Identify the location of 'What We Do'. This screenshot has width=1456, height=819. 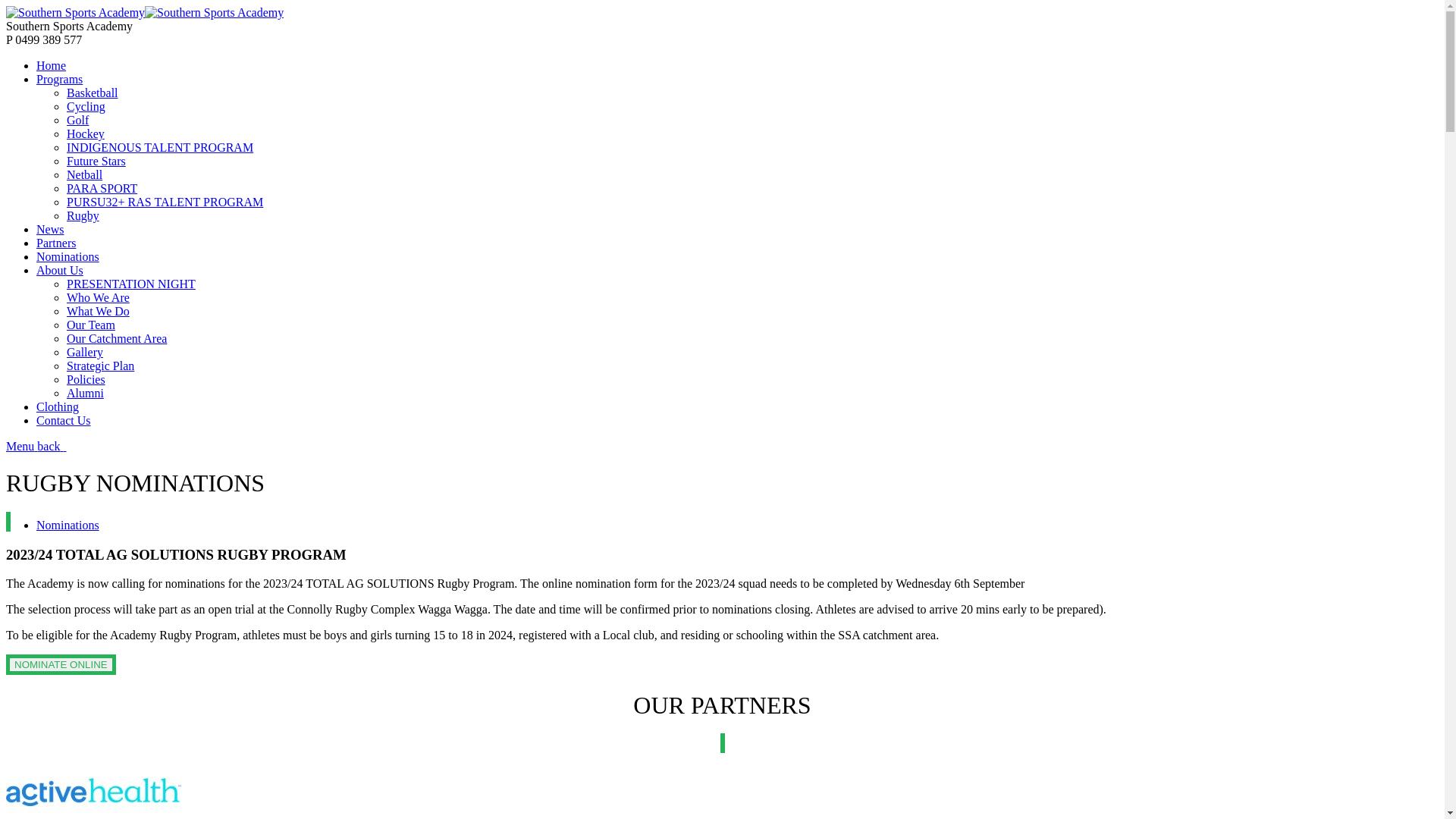
(97, 310).